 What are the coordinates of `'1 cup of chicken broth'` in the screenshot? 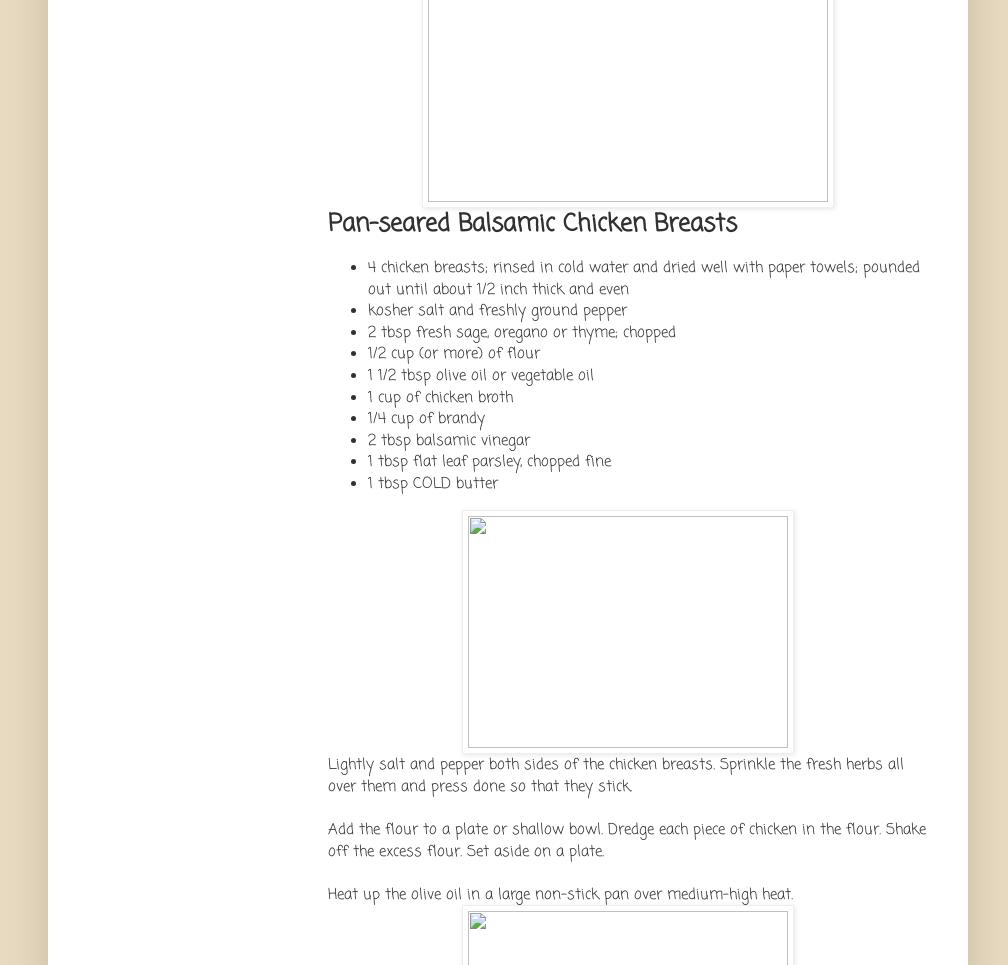 It's located at (368, 395).